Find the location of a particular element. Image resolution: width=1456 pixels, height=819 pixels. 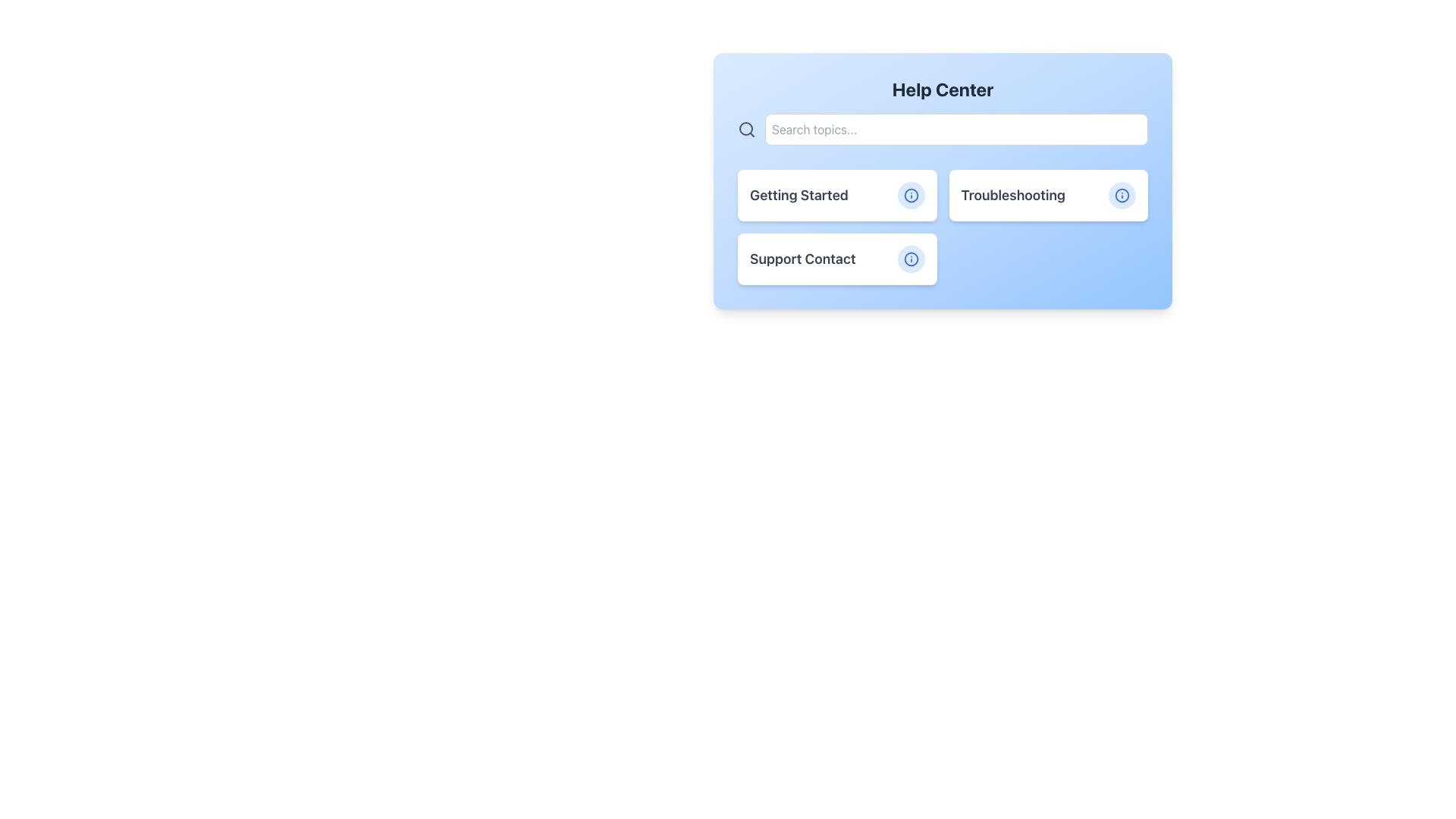

the SVG Circle Element styled as part of the 'Support Contact' button in the 'Help Center' panel, which features a blue outline is located at coordinates (910, 259).